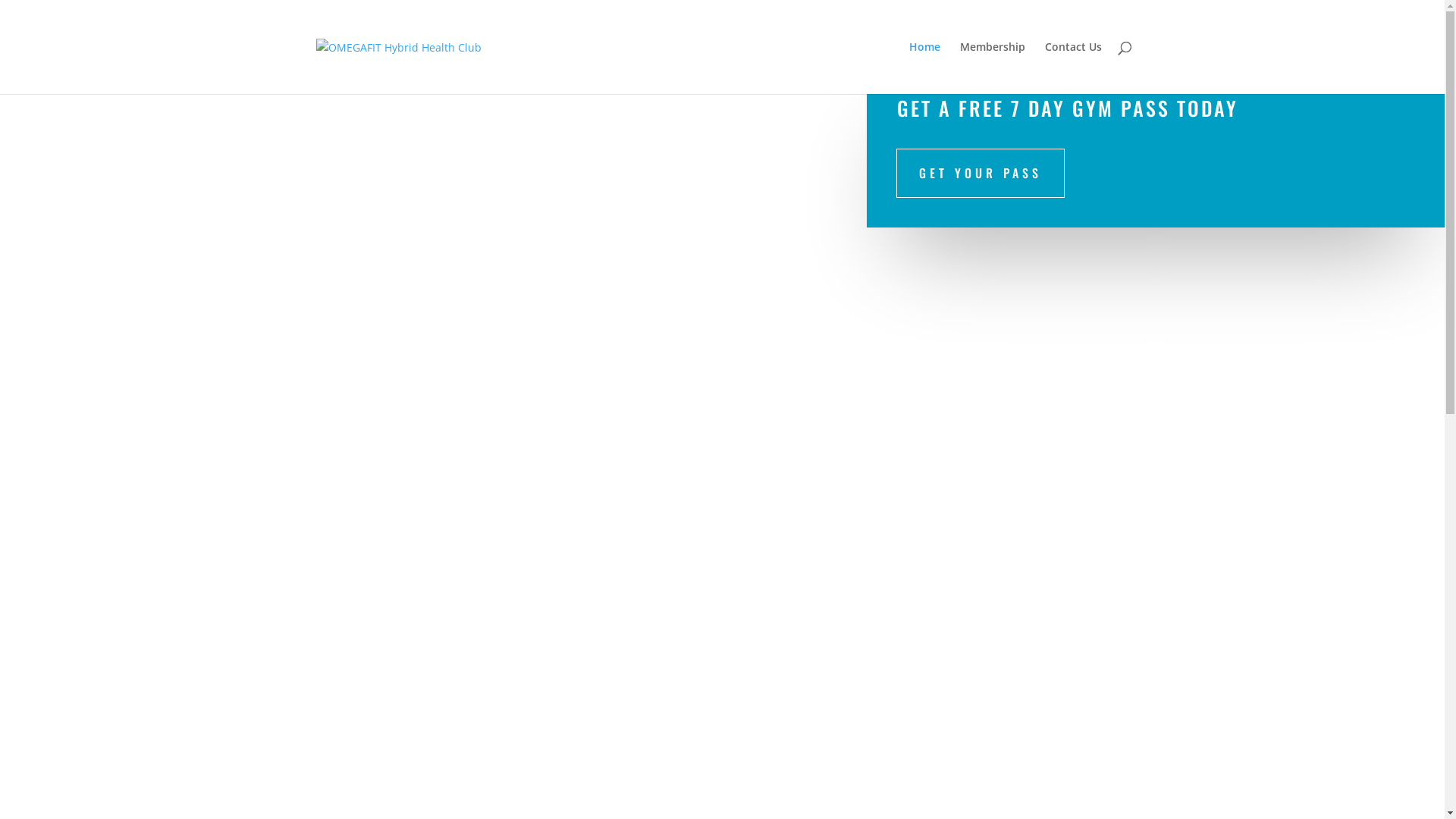  What do you see at coordinates (980, 172) in the screenshot?
I see `'GET YOUR PASS'` at bounding box center [980, 172].